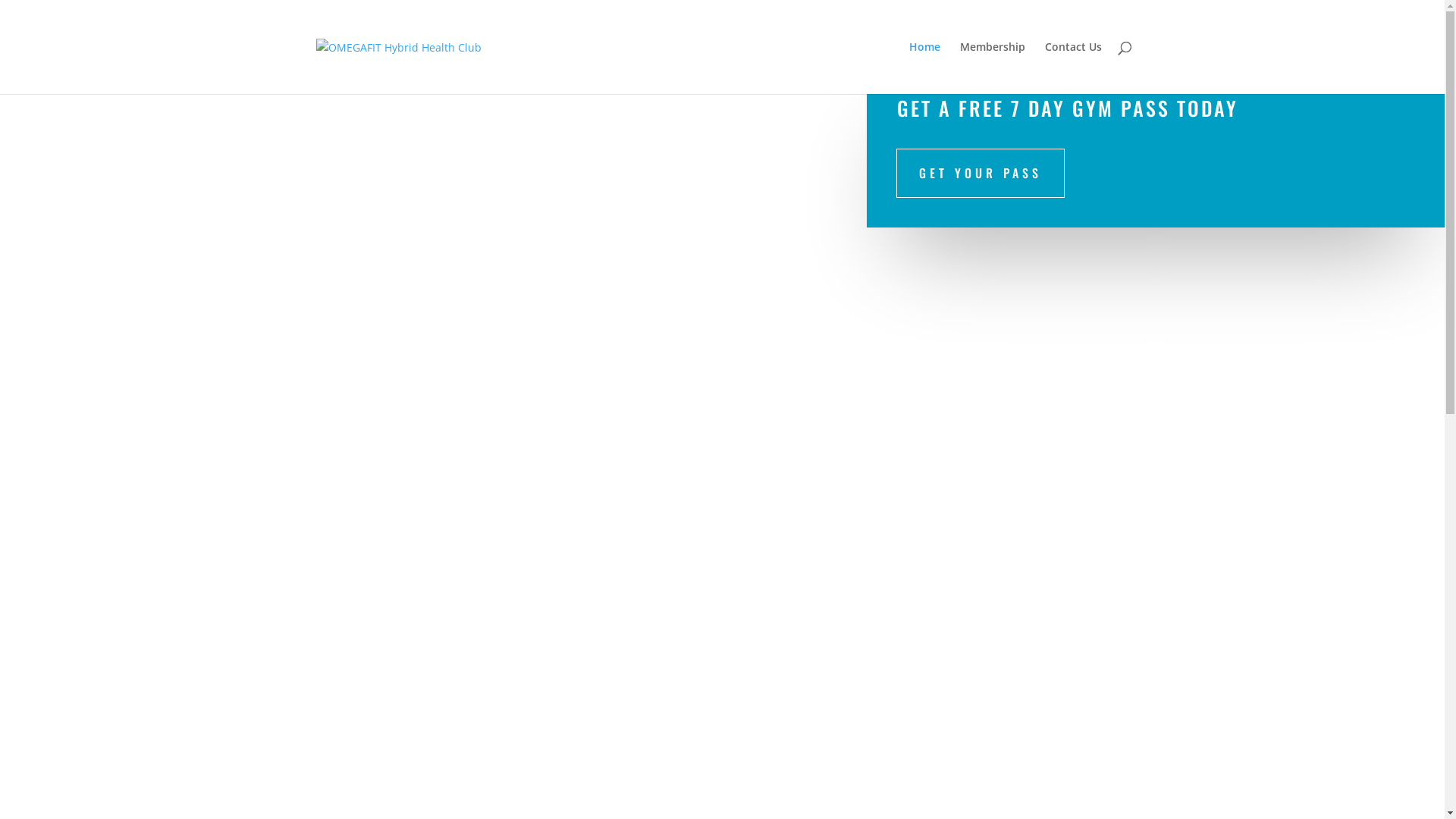  What do you see at coordinates (980, 172) in the screenshot?
I see `'GET YOUR PASS'` at bounding box center [980, 172].